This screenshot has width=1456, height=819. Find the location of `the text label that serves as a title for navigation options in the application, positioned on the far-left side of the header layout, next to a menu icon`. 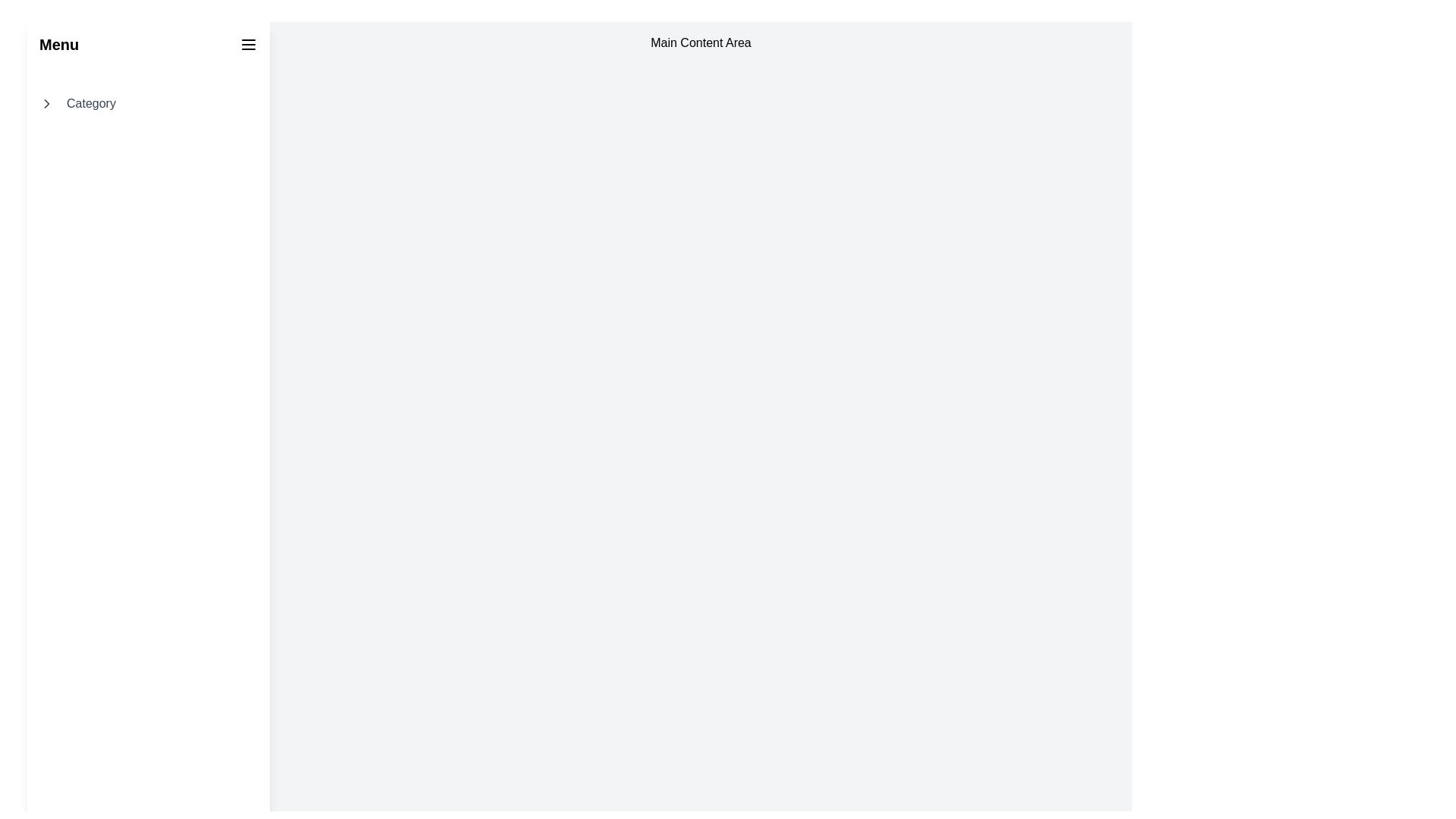

the text label that serves as a title for navigation options in the application, positioned on the far-left side of the header layout, next to a menu icon is located at coordinates (59, 43).